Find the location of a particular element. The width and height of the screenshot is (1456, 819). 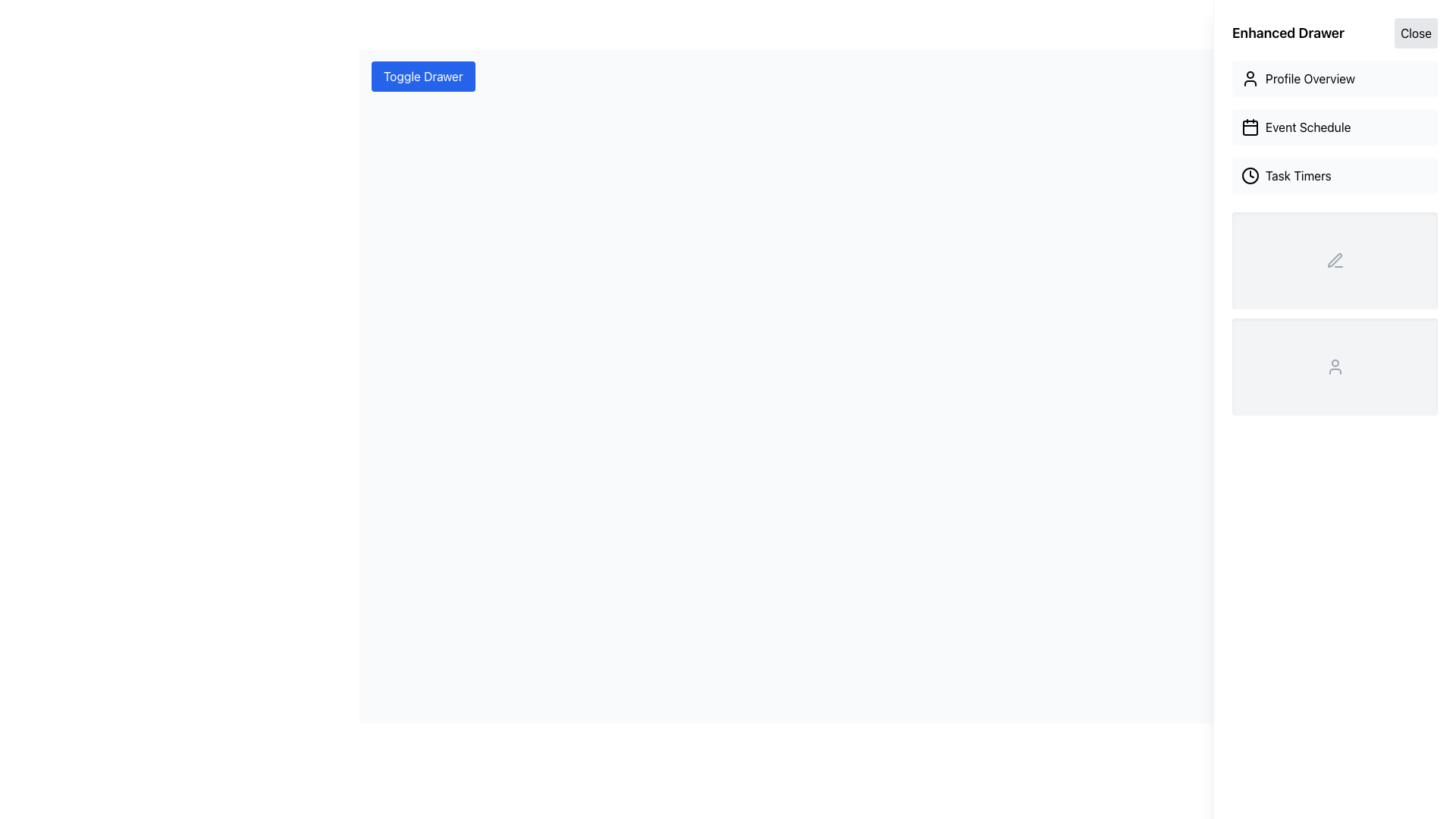

the 'Task Timers' button, which is the third item in the vertical list within the 'Enhanced Drawer' panel is located at coordinates (1335, 174).